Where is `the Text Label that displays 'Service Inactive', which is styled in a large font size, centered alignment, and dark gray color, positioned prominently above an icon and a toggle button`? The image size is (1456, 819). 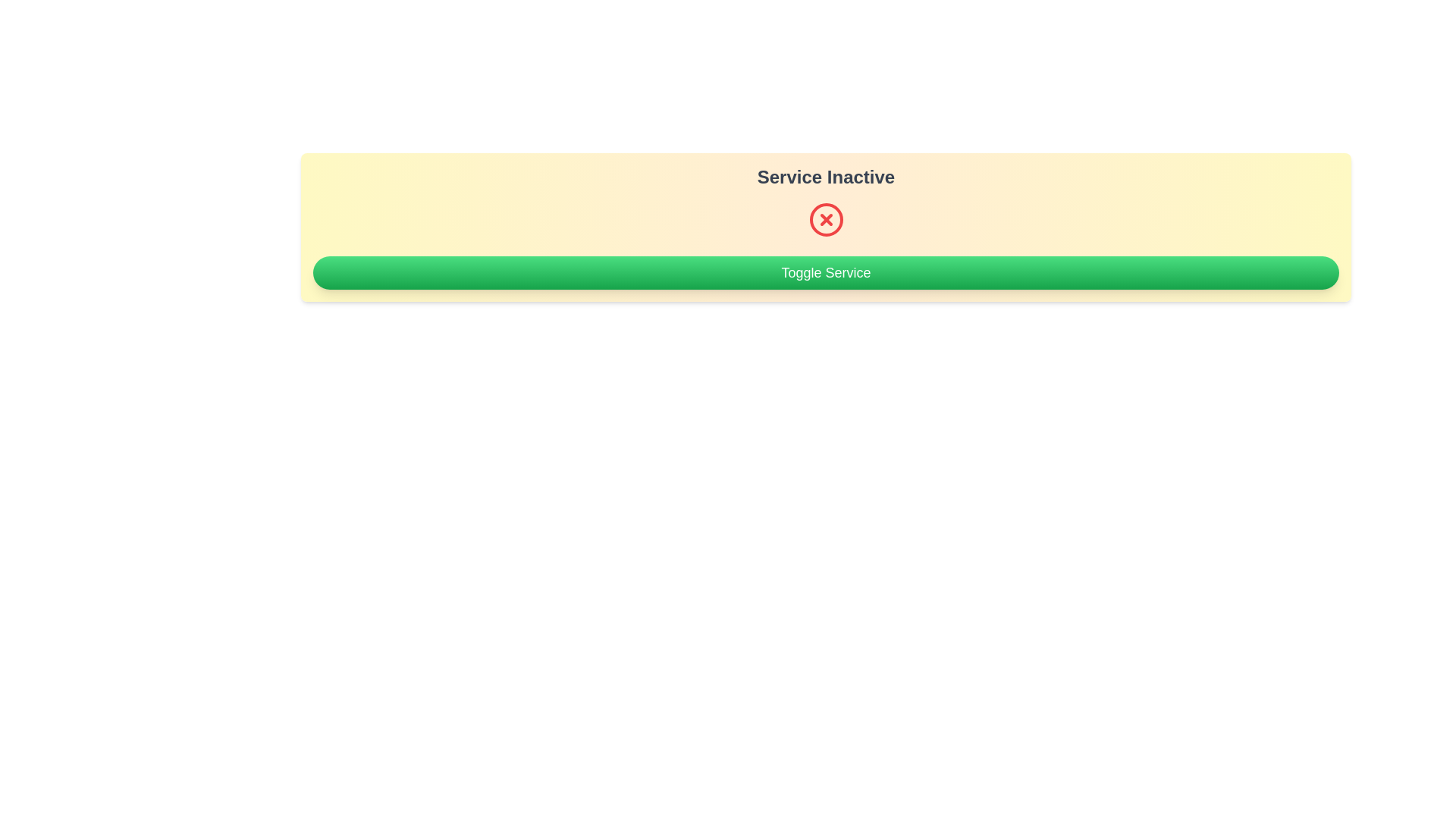 the Text Label that displays 'Service Inactive', which is styled in a large font size, centered alignment, and dark gray color, positioned prominently above an icon and a toggle button is located at coordinates (825, 177).